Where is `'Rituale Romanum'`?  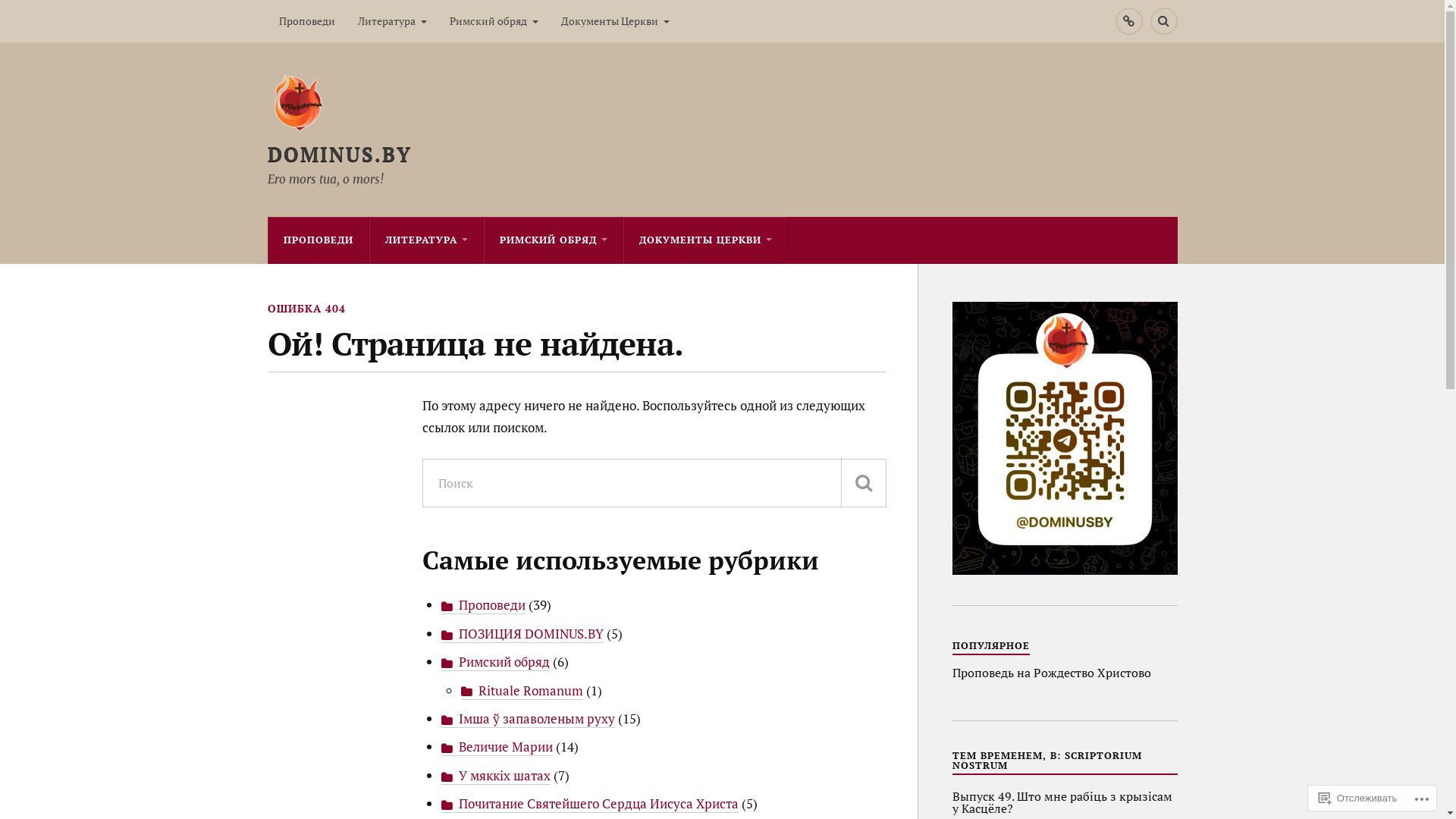
'Rituale Romanum' is located at coordinates (460, 690).